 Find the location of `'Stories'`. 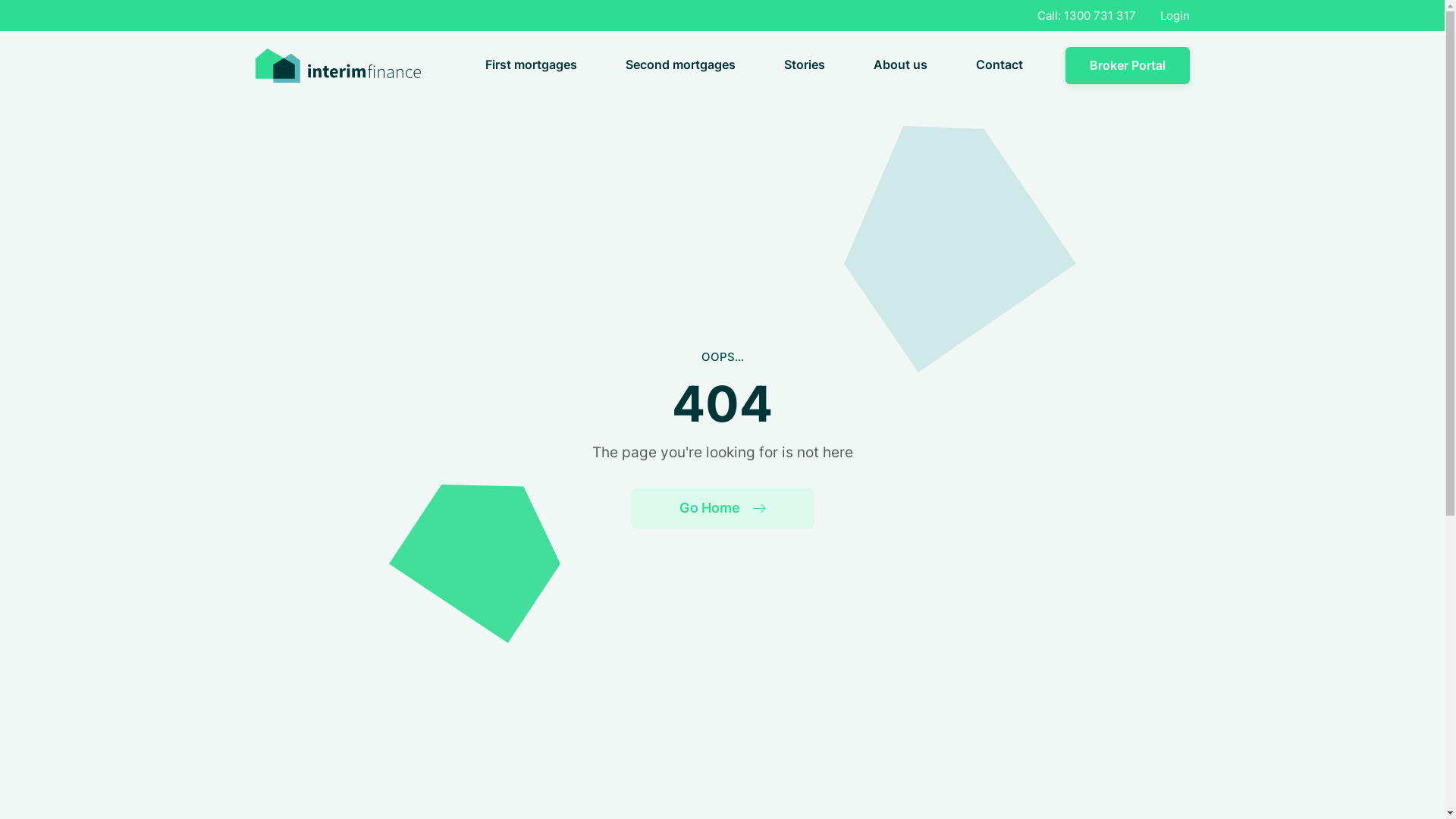

'Stories' is located at coordinates (803, 64).